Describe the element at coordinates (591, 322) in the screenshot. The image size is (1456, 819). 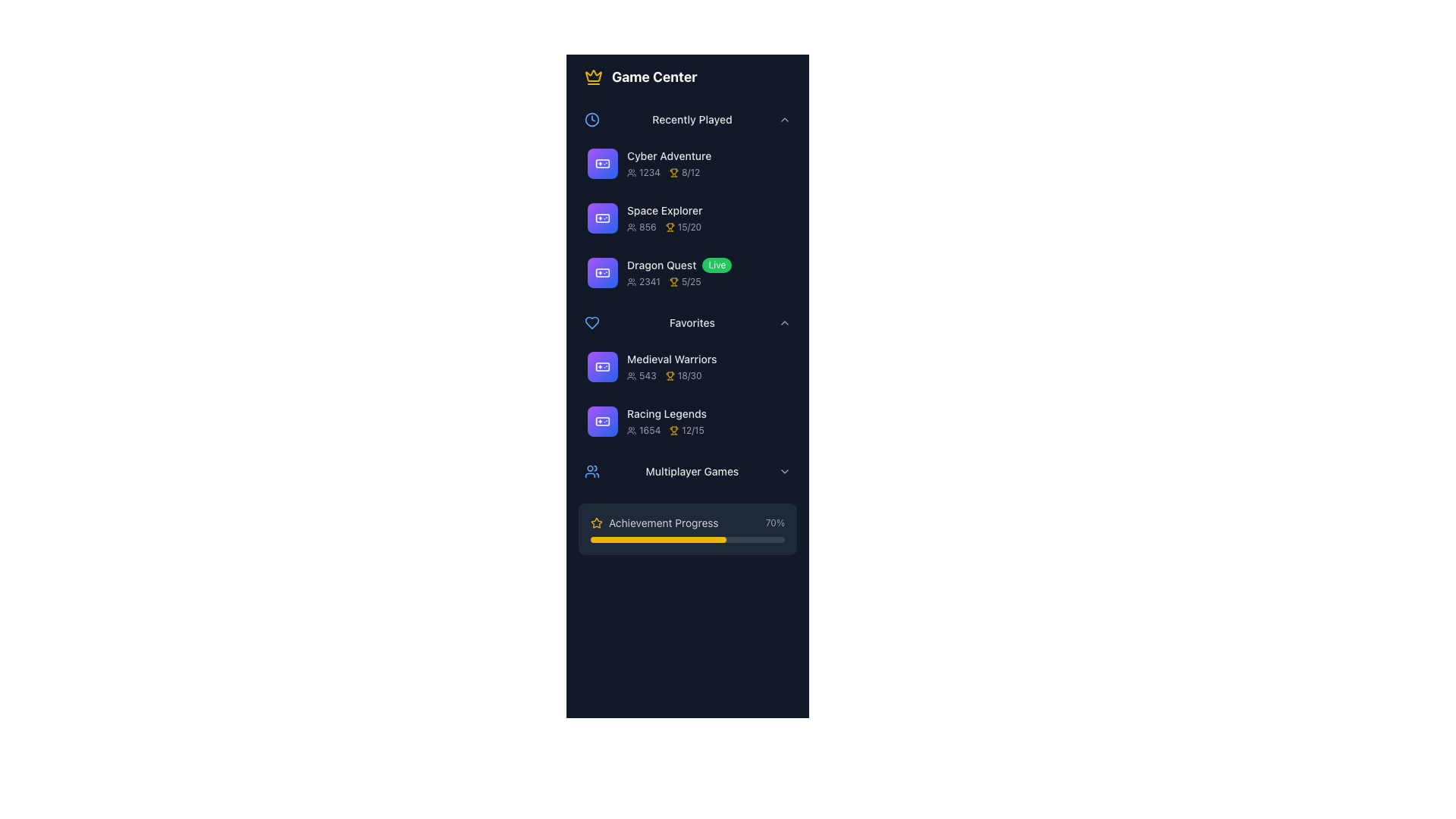
I see `the heart icon with a blue outline, located just to the left of the 'Favorites' section heading in the sidebar menu` at that location.